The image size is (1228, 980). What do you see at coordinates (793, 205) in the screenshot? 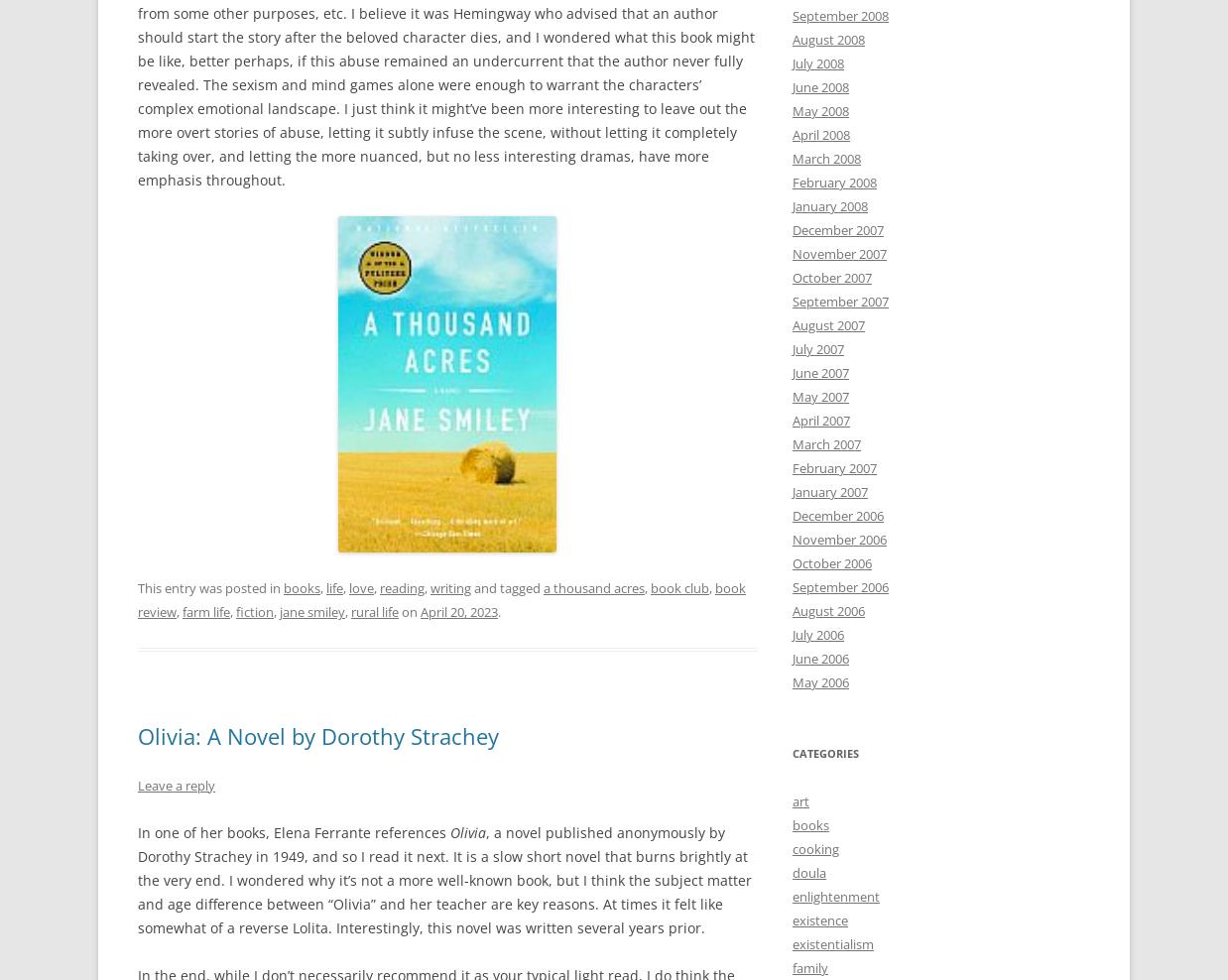
I see `'January 2008'` at bounding box center [793, 205].